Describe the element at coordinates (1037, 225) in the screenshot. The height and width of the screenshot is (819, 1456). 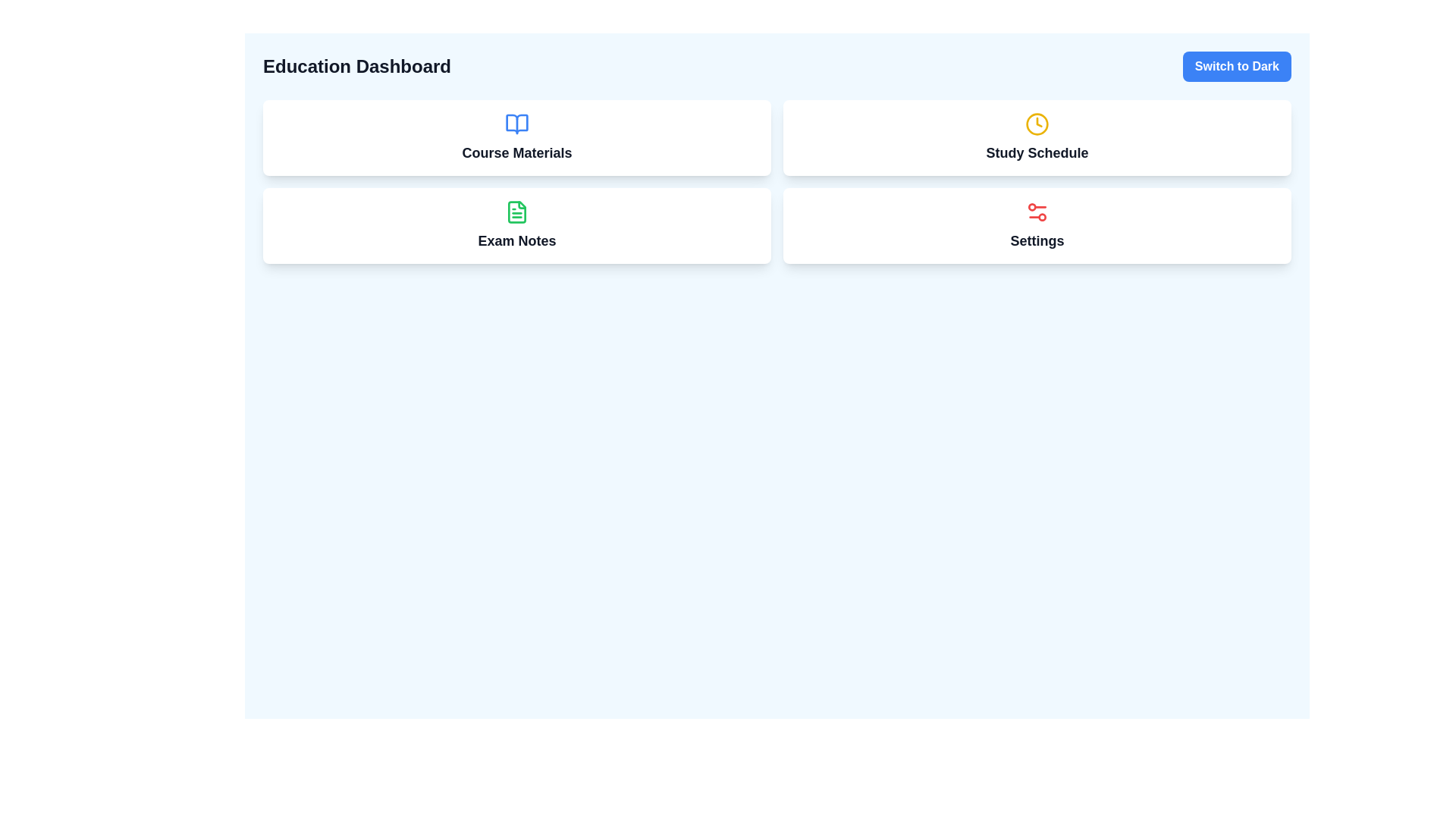
I see `the Card-like navigation button located in the second row, second column of a 2x2 grid layout` at that location.